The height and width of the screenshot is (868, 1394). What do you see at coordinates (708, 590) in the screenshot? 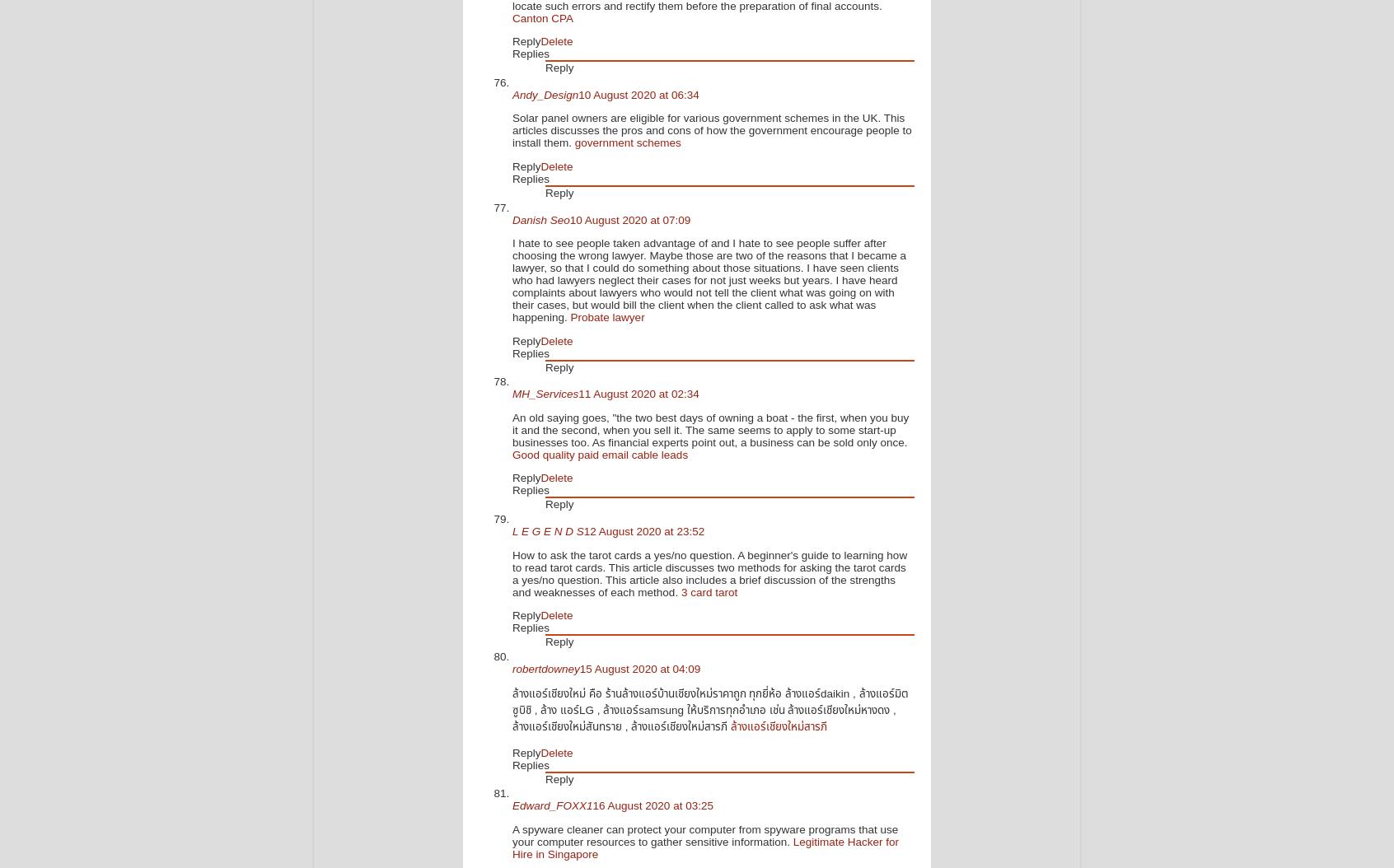
I see `'3 card tarot'` at bounding box center [708, 590].